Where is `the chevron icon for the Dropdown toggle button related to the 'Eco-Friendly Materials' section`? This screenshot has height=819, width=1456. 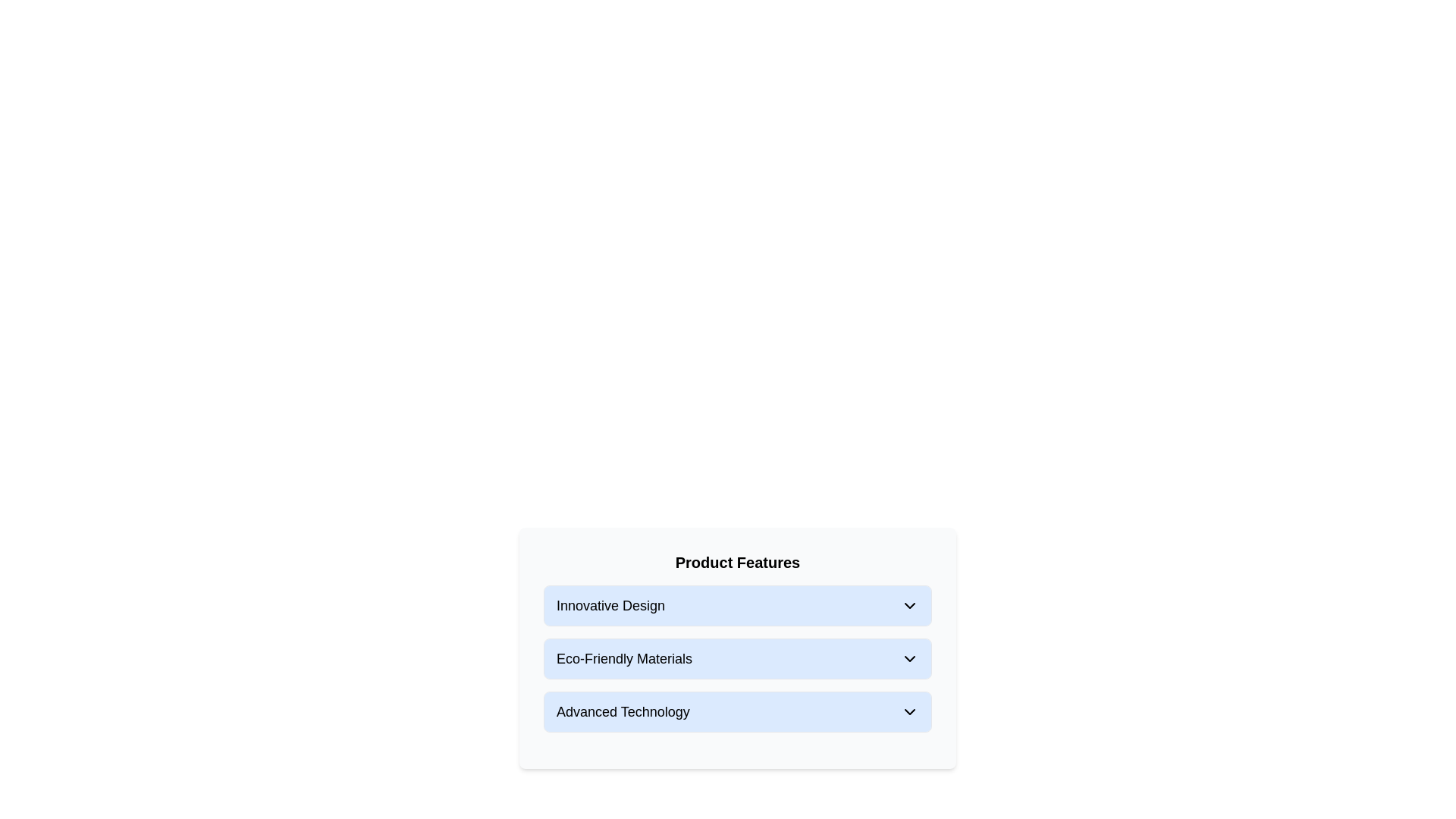
the chevron icon for the Dropdown toggle button related to the 'Eco-Friendly Materials' section is located at coordinates (910, 657).